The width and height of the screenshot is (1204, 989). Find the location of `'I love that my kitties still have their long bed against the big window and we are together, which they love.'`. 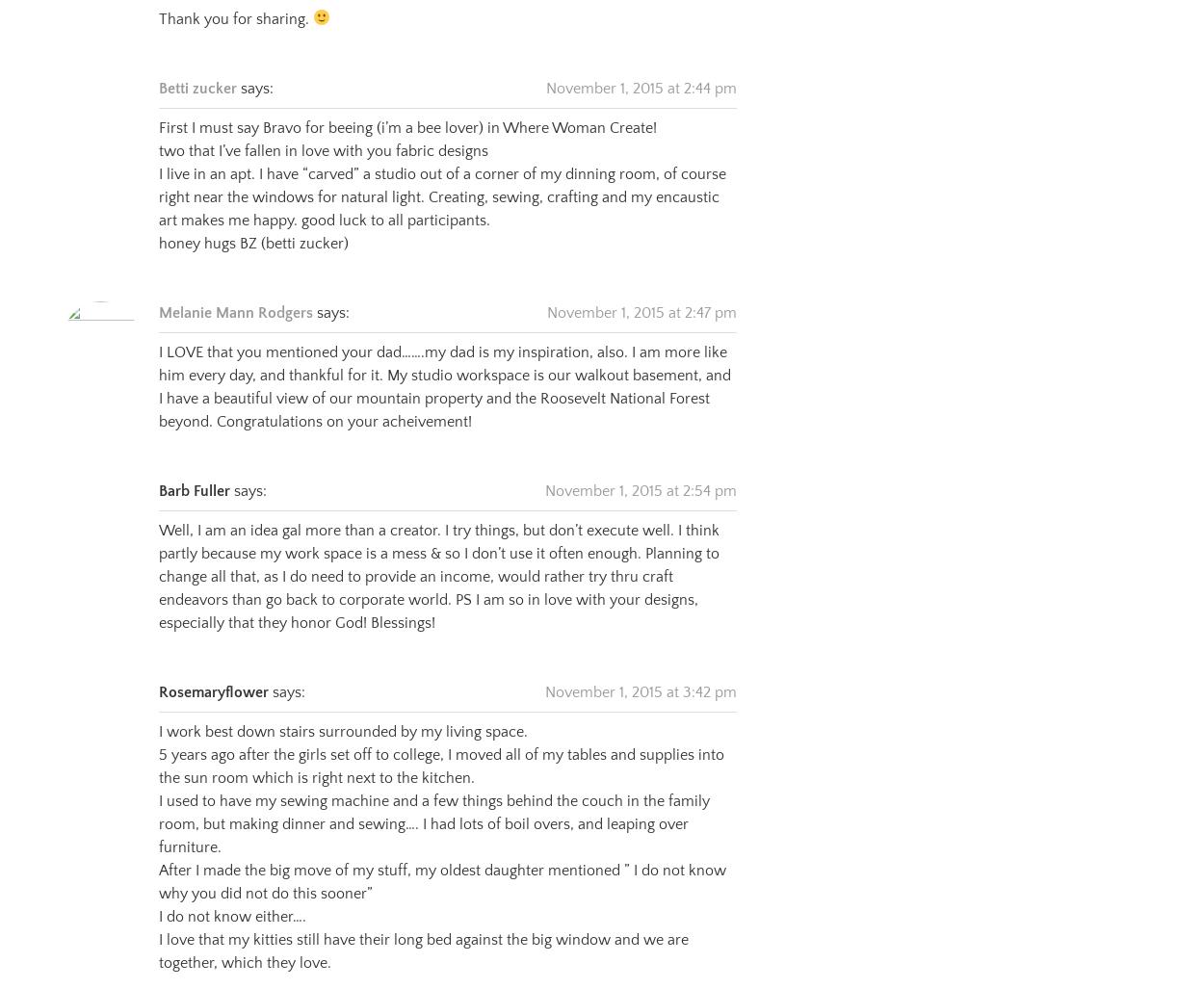

'I love that my kitties still have their long bed against the big window and we are together, which they love.' is located at coordinates (423, 927).